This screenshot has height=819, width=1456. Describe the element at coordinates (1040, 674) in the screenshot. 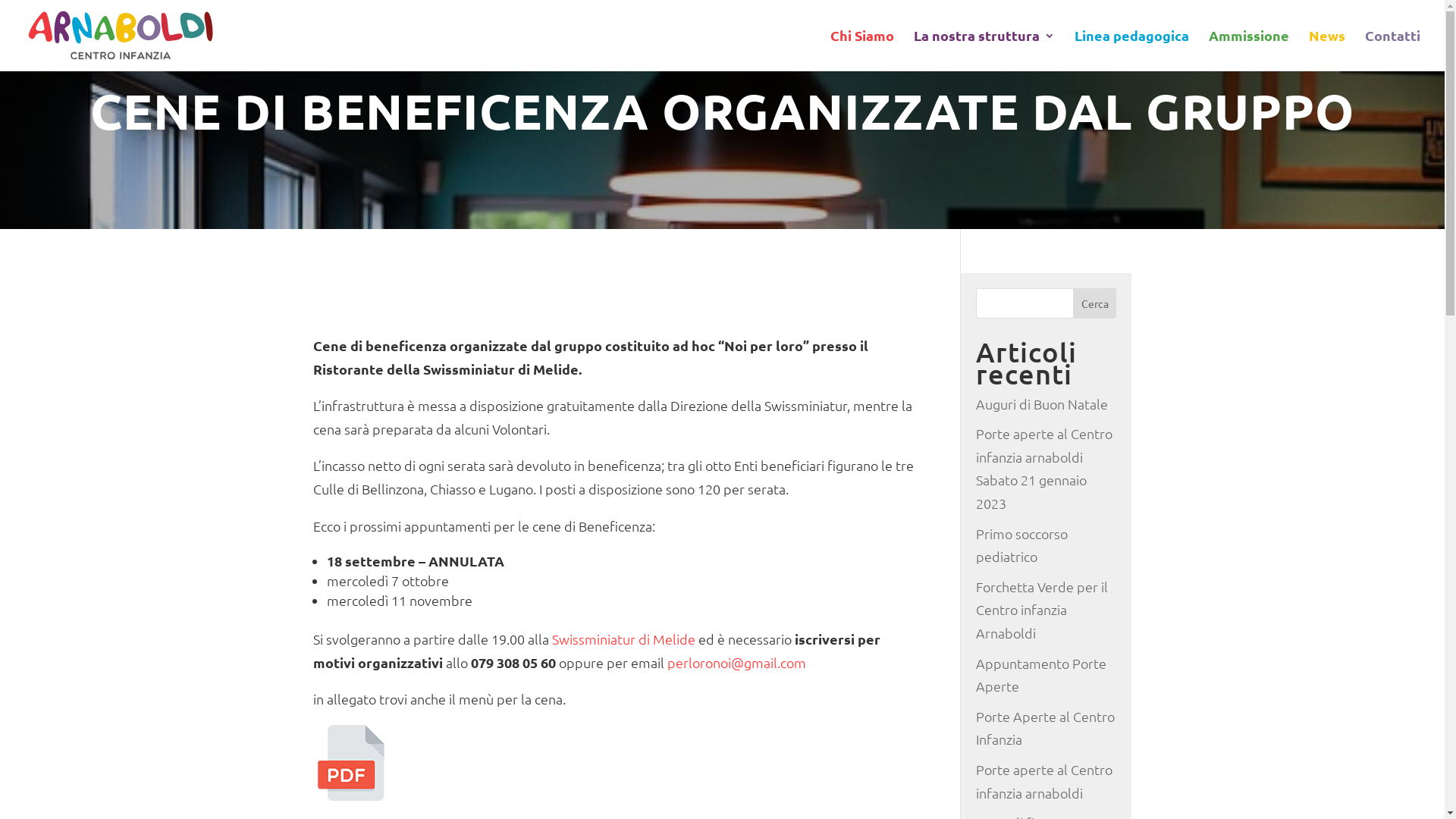

I see `'Appuntamento Porte Aperte'` at that location.